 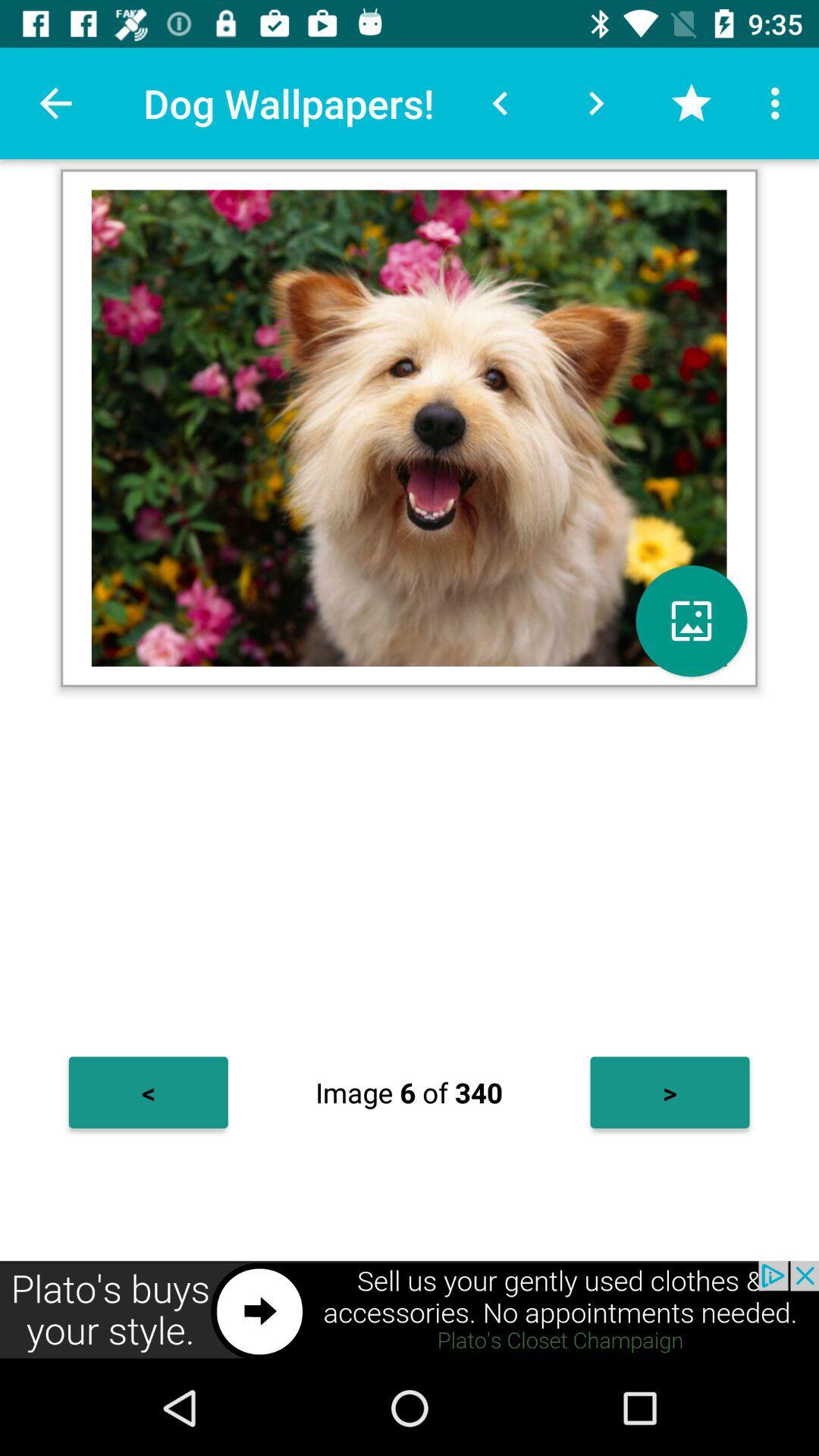 I want to click on download opsion, so click(x=691, y=621).